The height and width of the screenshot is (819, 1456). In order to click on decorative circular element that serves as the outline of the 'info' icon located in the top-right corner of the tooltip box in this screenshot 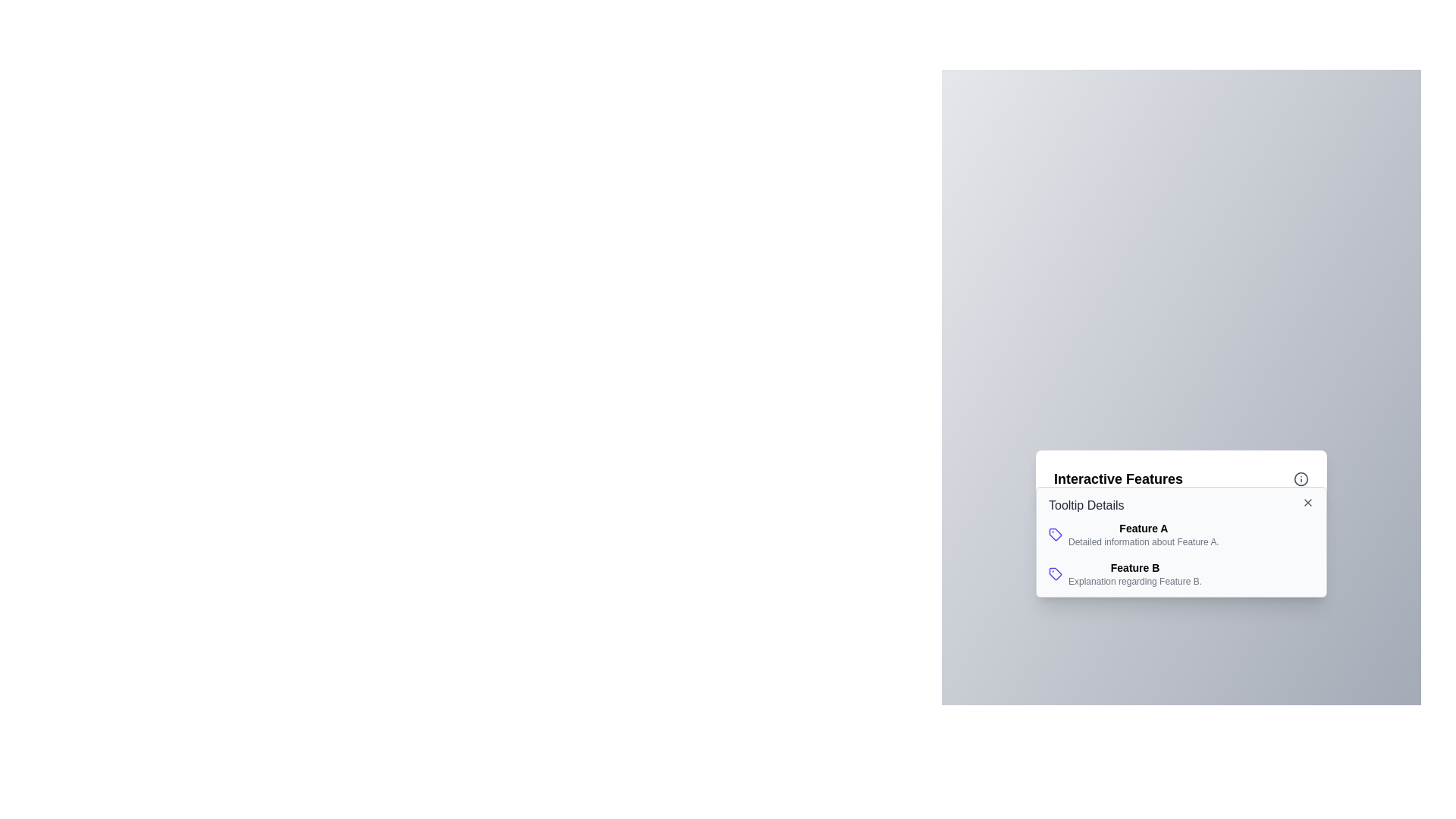, I will do `click(1301, 479)`.